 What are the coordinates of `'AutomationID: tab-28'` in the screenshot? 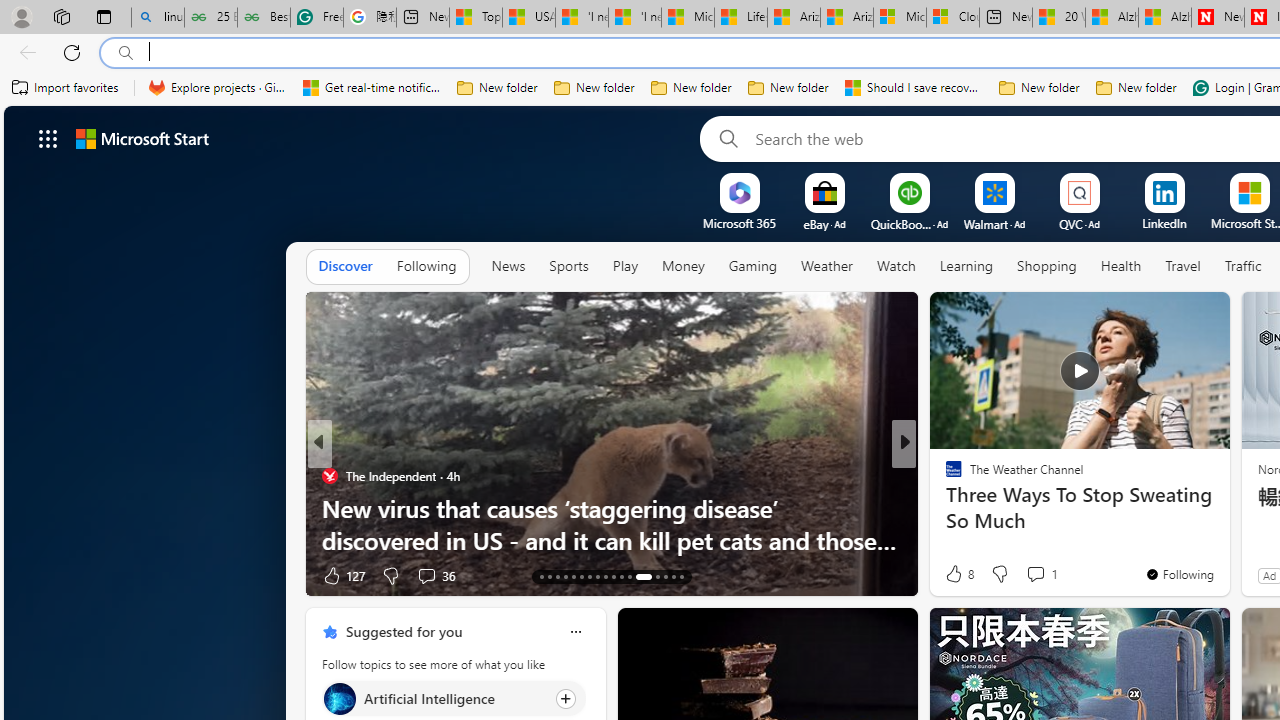 It's located at (673, 577).